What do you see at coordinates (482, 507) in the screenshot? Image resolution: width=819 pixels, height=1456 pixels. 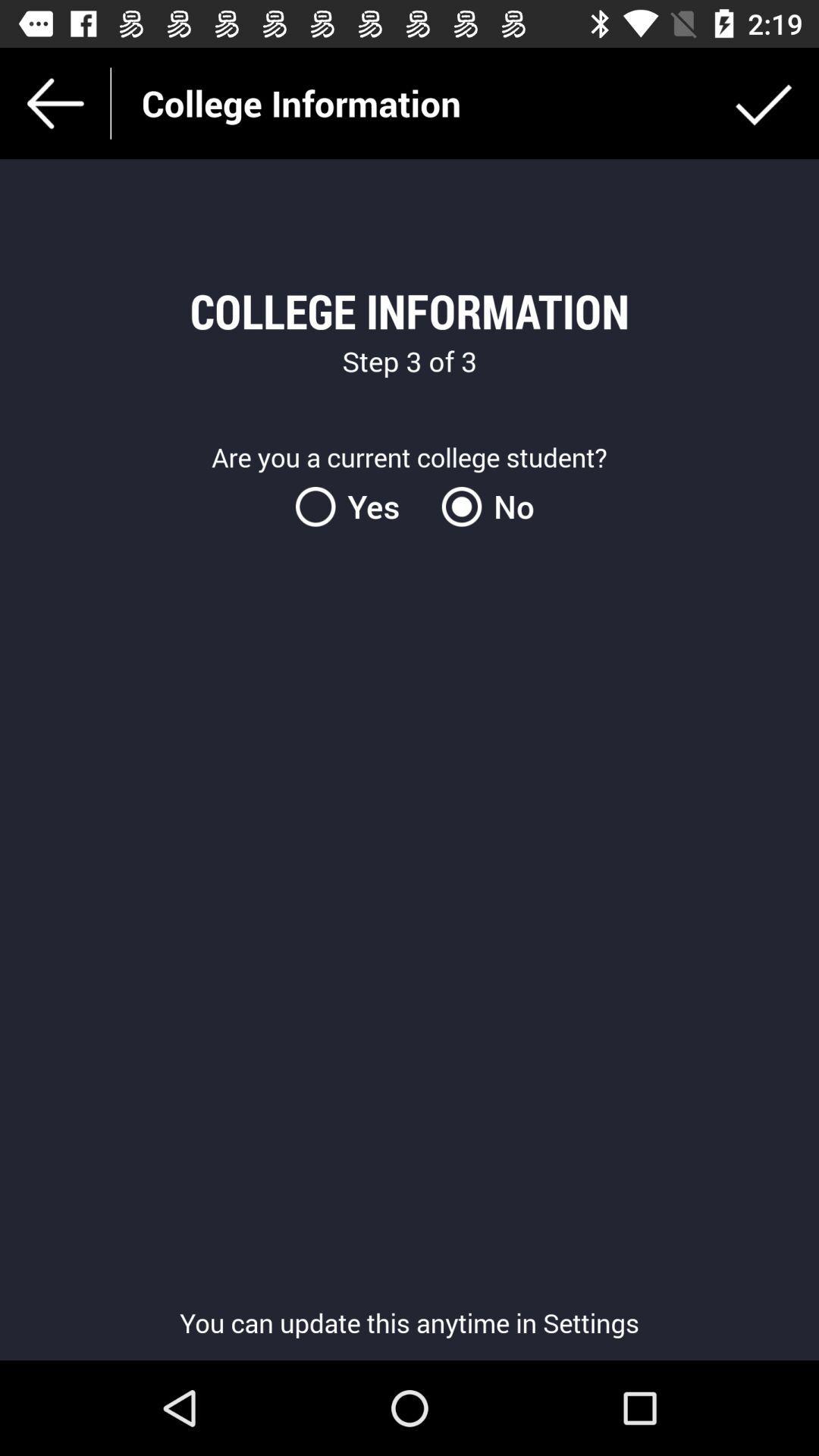 I see `no item` at bounding box center [482, 507].